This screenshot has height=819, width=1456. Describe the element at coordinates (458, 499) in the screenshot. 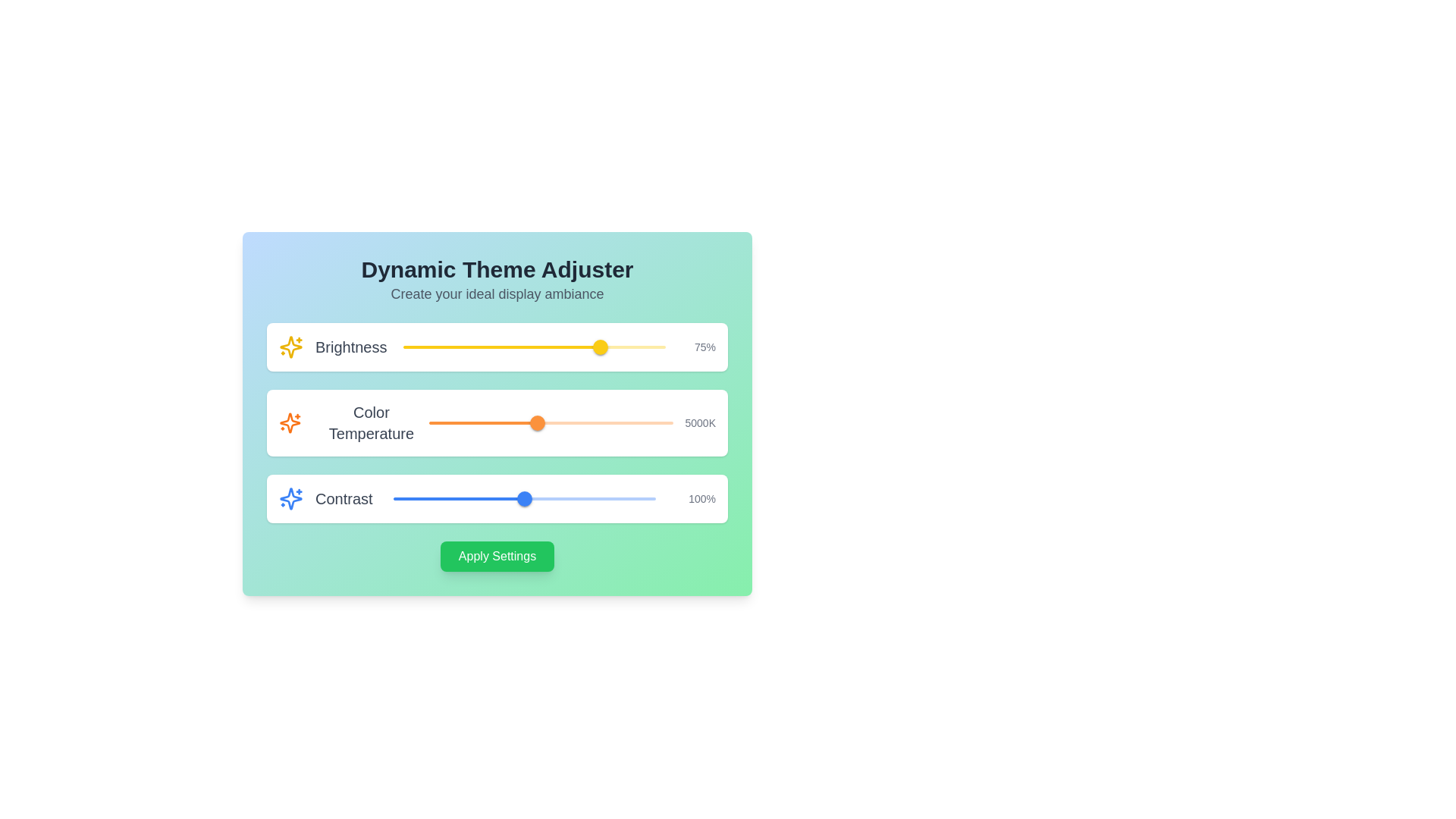

I see `the horizontal progress track of the third slider labeled 'Contrast', which is visually represented as a filled red track indicating progress` at that location.